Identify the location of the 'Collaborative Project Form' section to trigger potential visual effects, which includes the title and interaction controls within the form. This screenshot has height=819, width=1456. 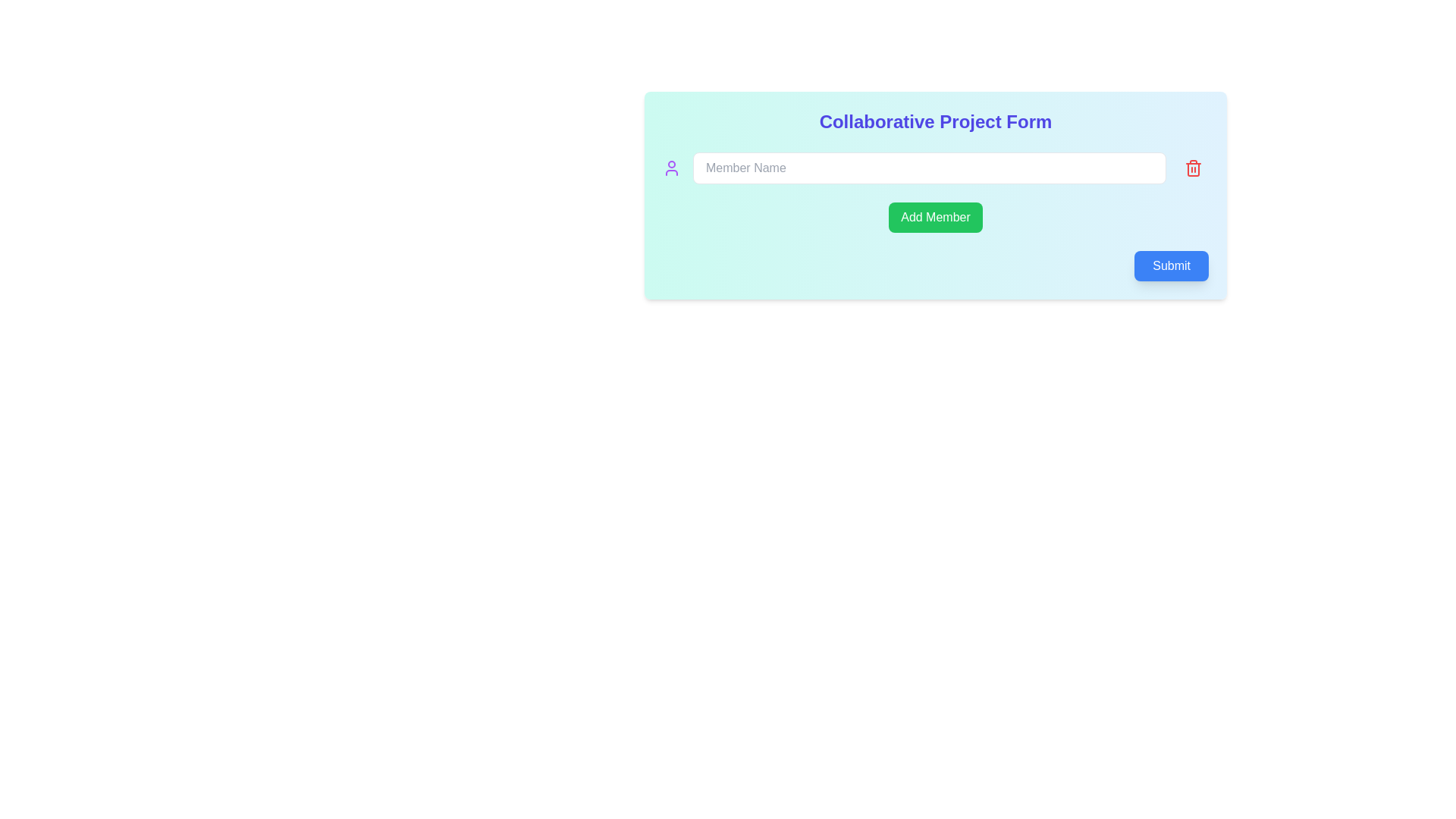
(934, 195).